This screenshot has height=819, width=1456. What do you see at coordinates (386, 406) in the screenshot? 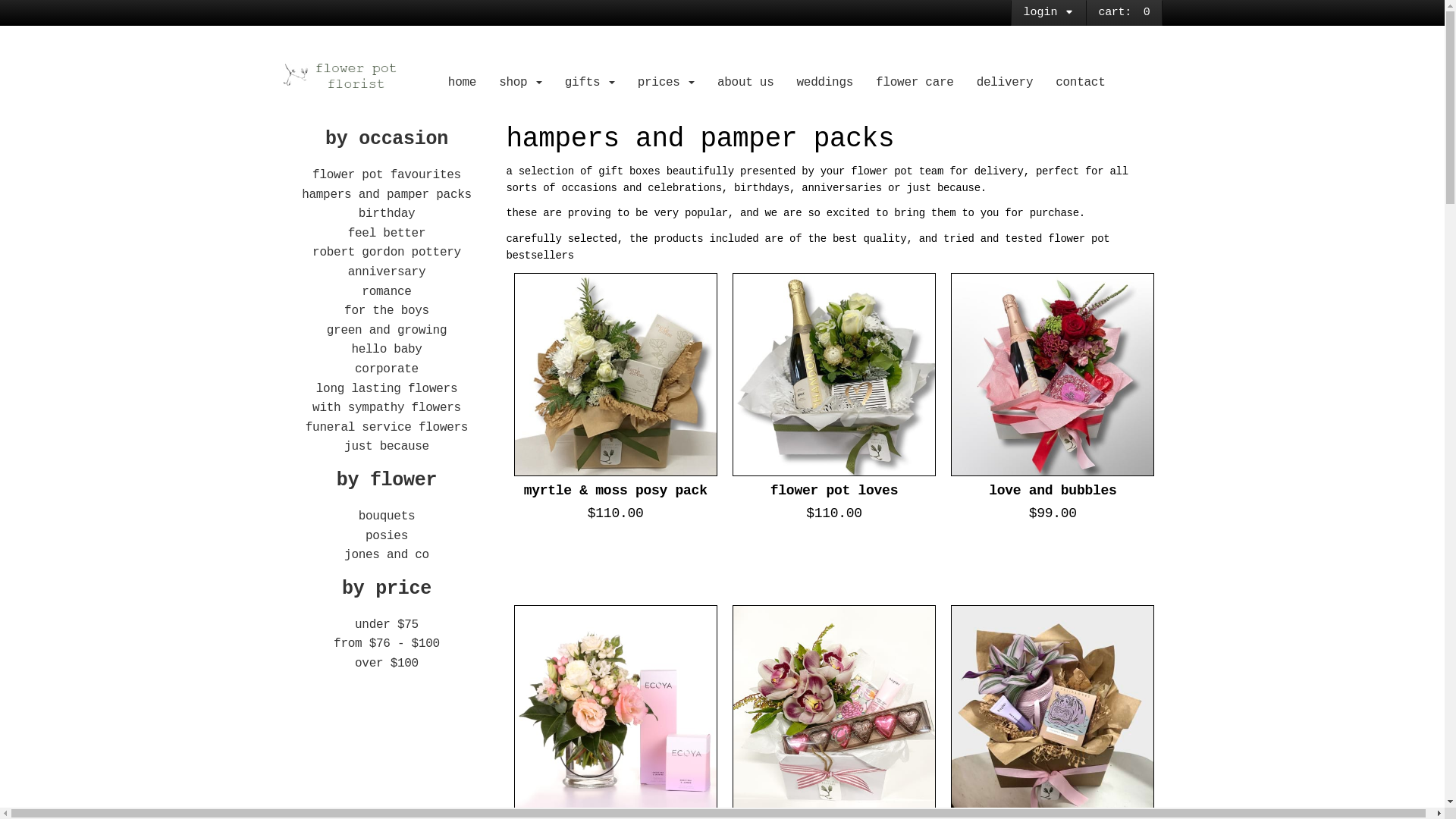
I see `'with sympathy flowers'` at bounding box center [386, 406].